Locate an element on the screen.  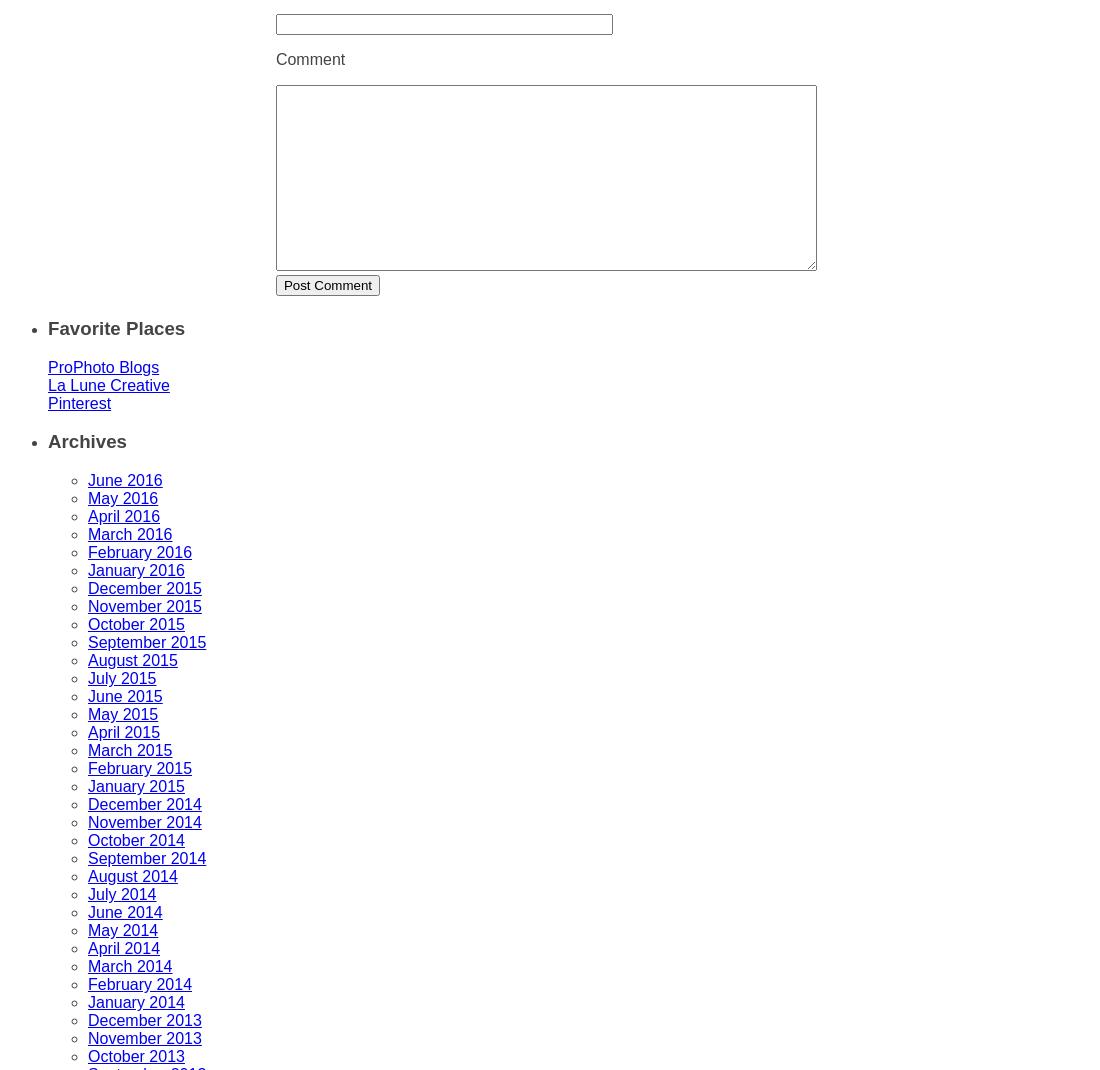
'June 2014' is located at coordinates (124, 911).